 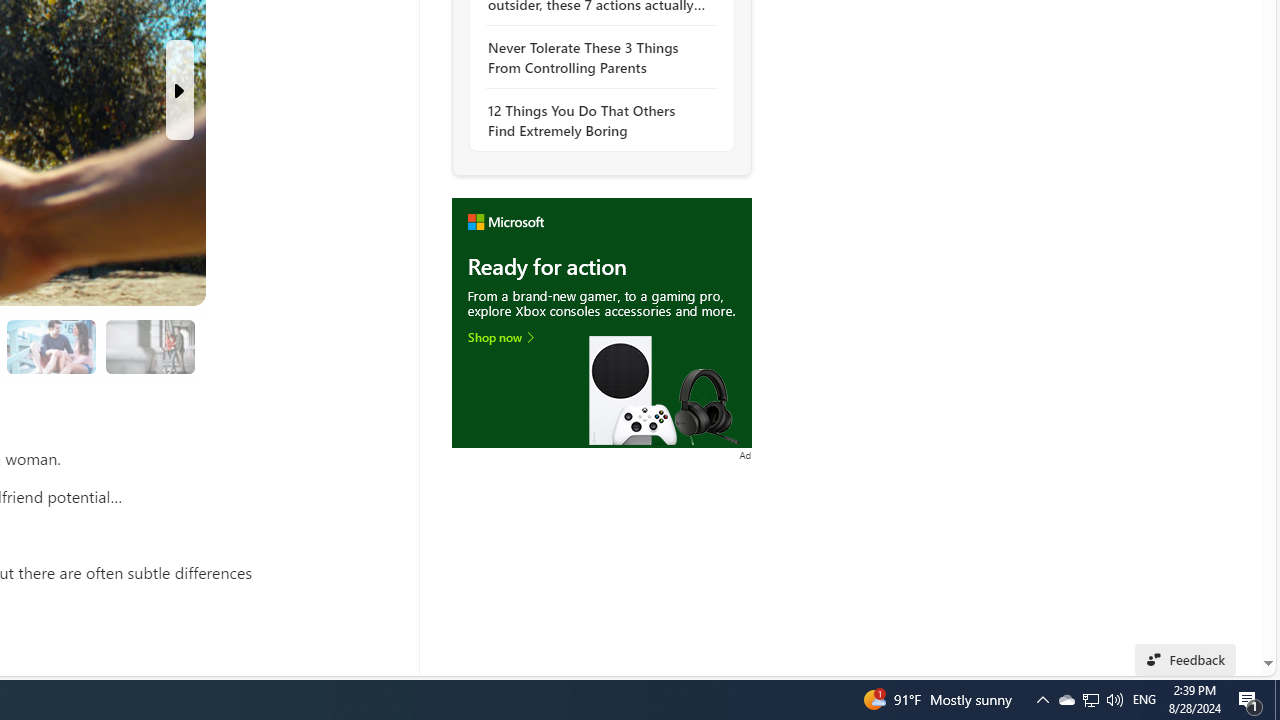 I want to click on 'Next Slide', so click(x=179, y=90).